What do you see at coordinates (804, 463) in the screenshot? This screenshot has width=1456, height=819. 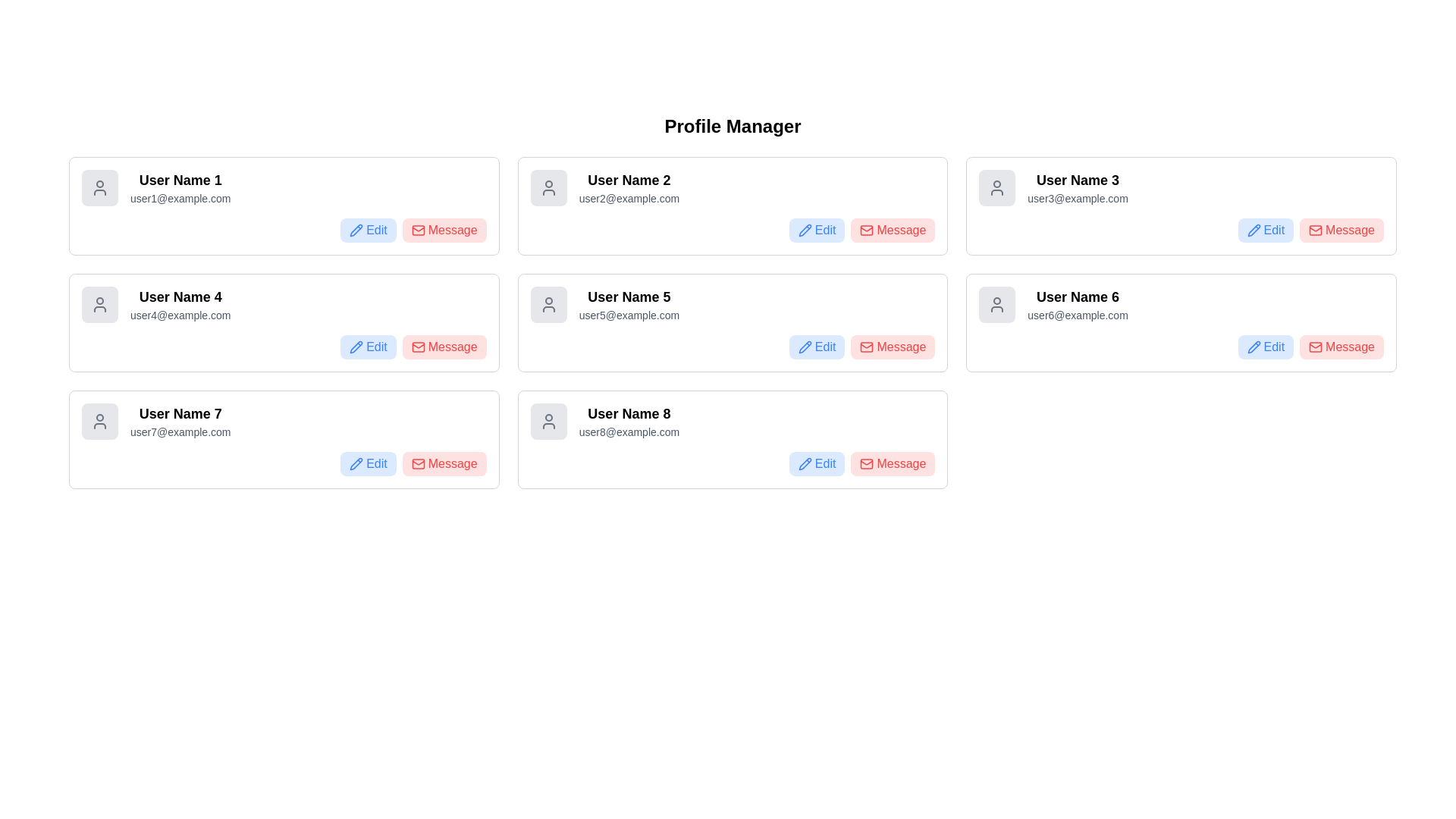 I see `the 'Edit' icon associated with 'User Name 8'` at bounding box center [804, 463].